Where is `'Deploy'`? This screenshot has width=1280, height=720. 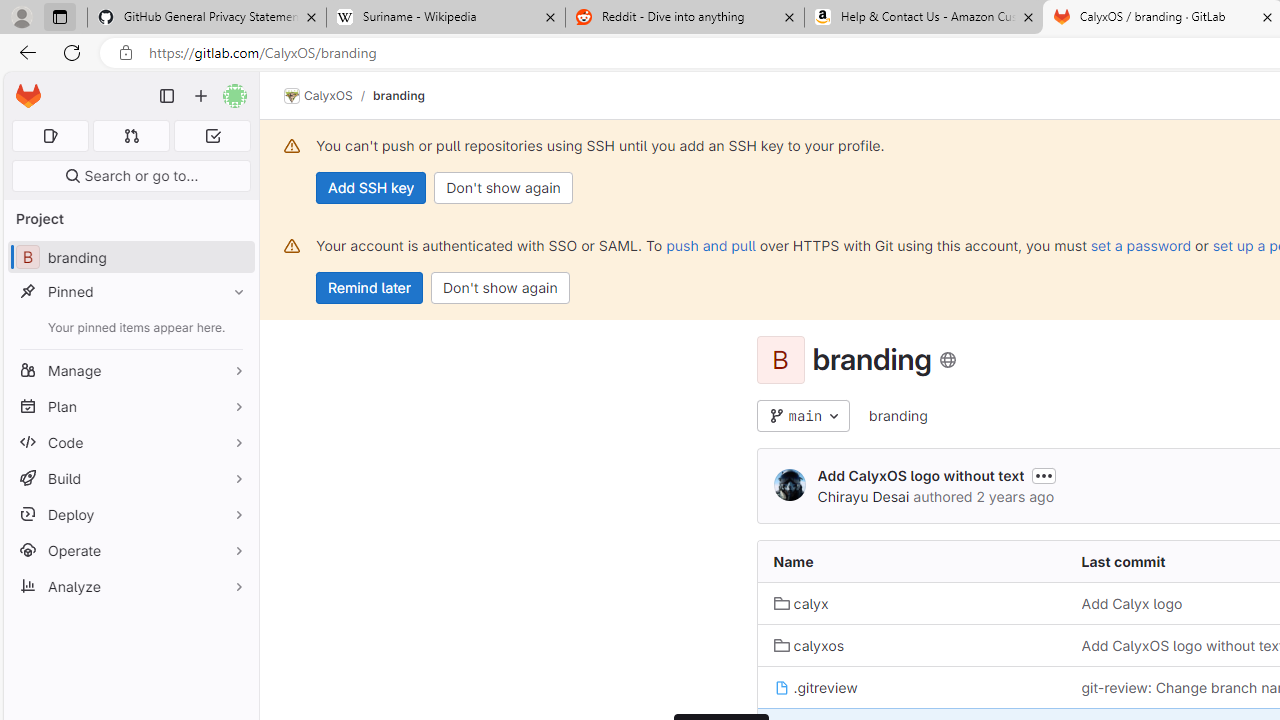
'Deploy' is located at coordinates (130, 513).